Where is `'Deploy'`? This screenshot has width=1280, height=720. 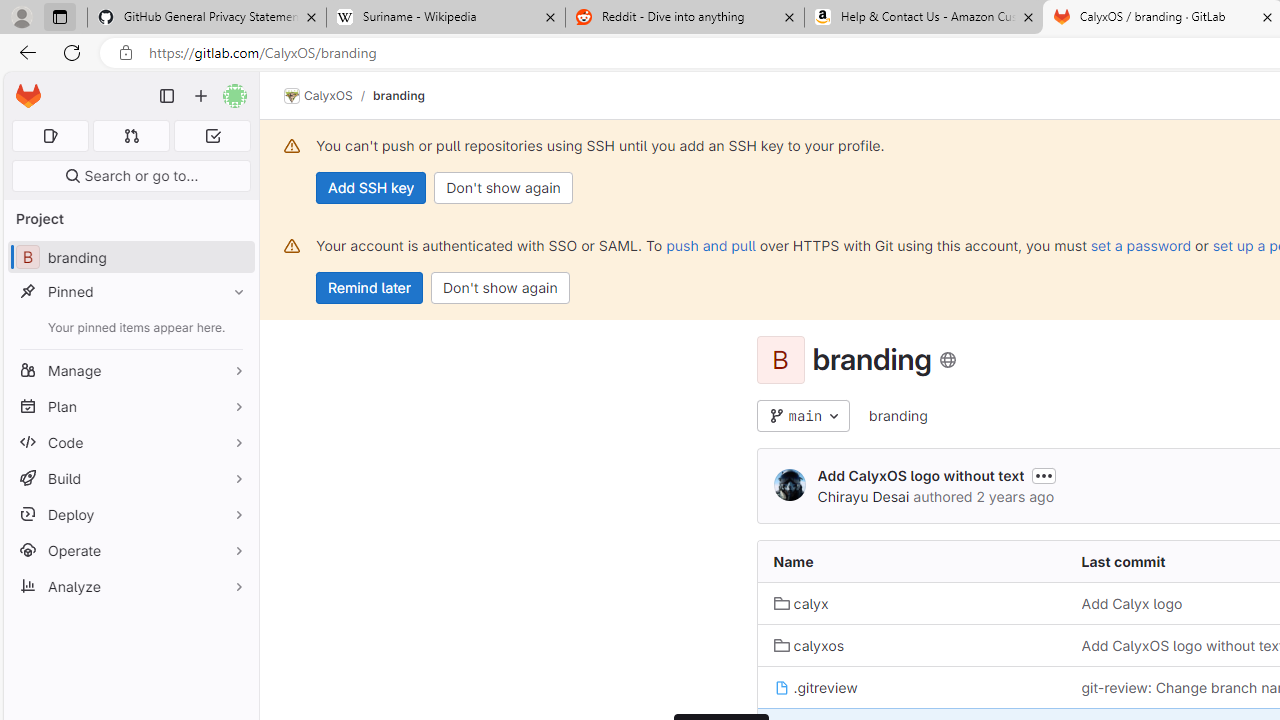
'Deploy' is located at coordinates (130, 513).